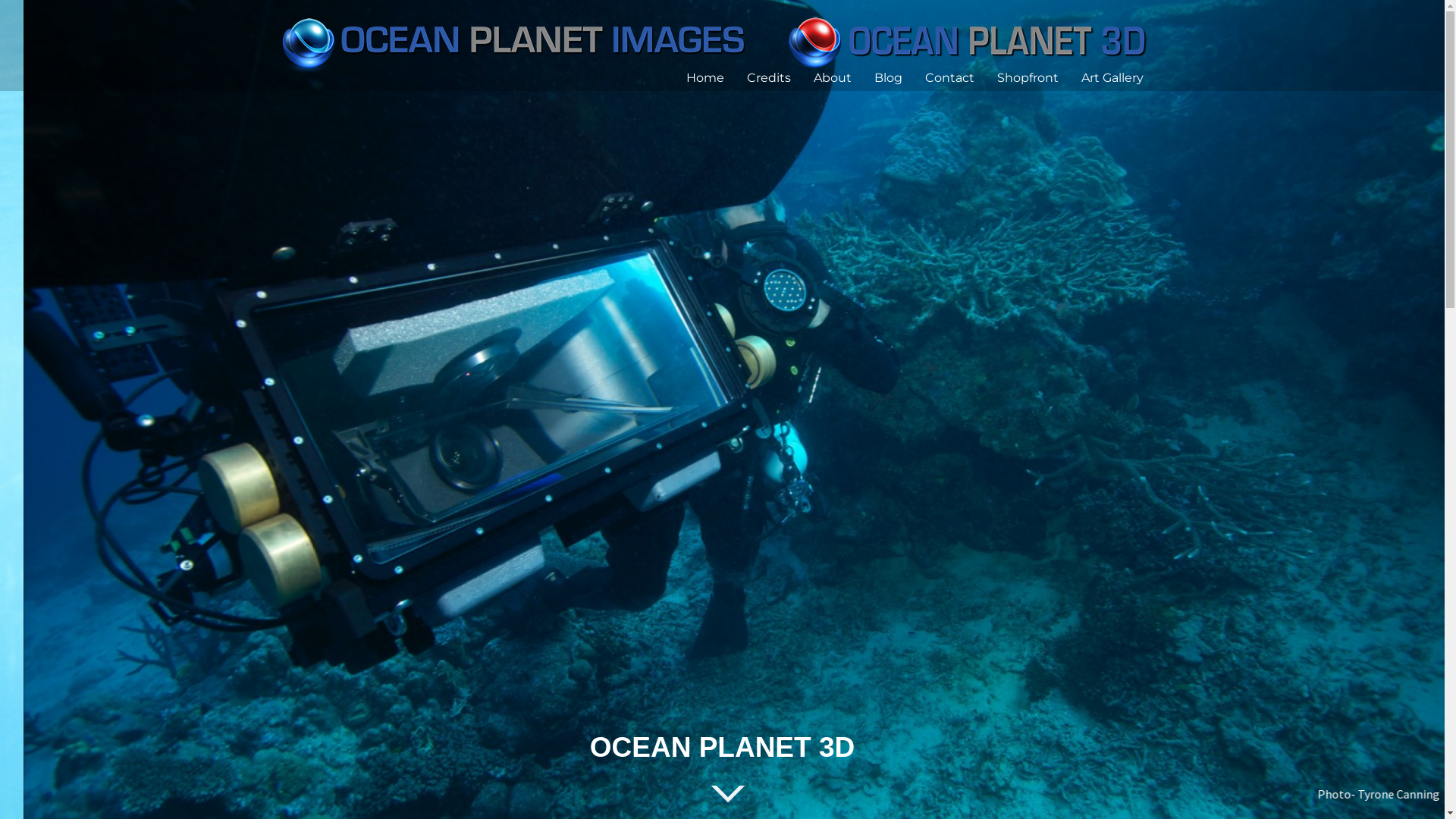 Image resolution: width=1456 pixels, height=819 pixels. Describe the element at coordinates (949, 77) in the screenshot. I see `'Contact'` at that location.